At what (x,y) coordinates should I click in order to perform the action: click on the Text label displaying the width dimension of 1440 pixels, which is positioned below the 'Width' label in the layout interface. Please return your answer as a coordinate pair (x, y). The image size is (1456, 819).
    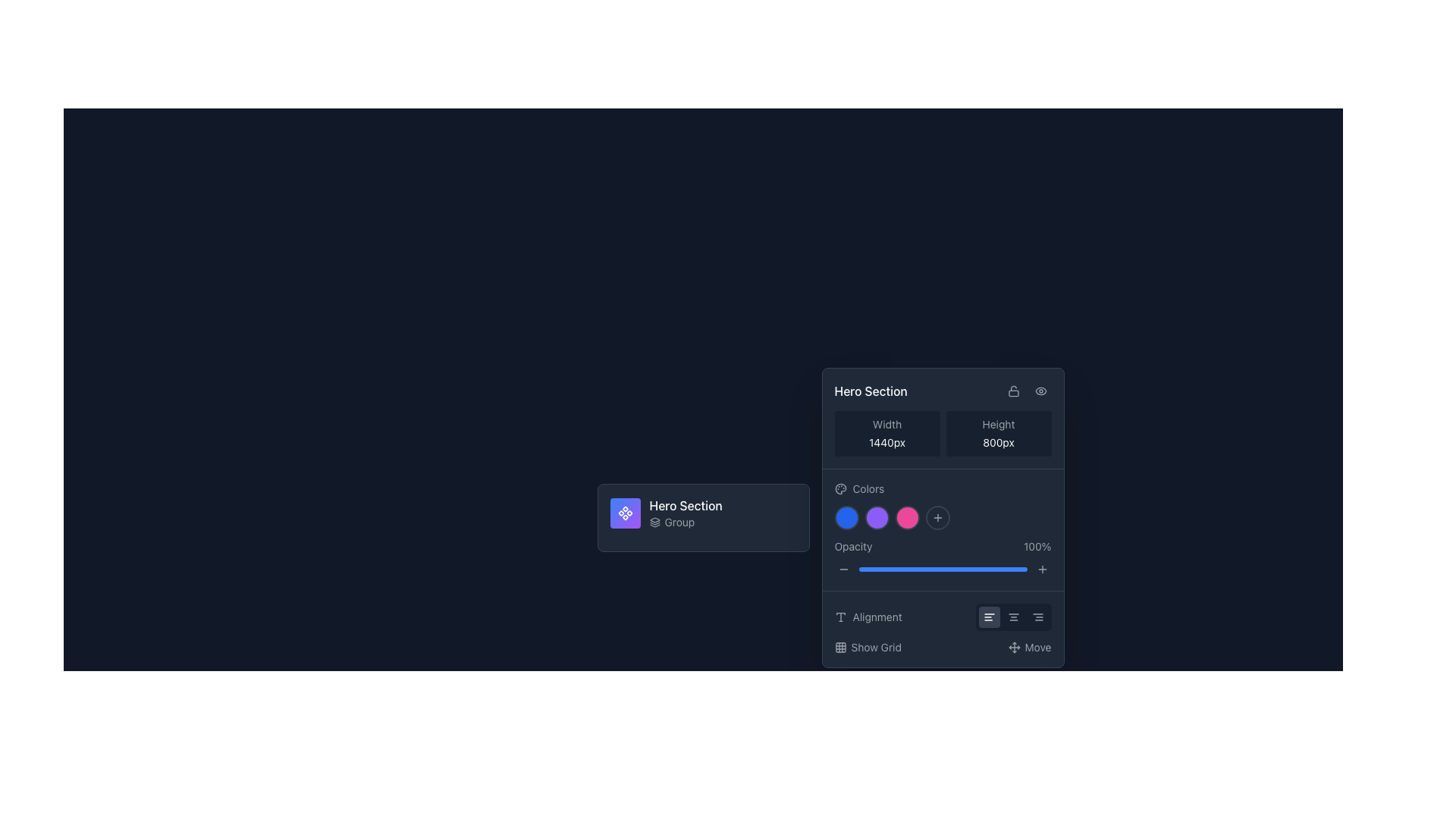
    Looking at the image, I should click on (887, 442).